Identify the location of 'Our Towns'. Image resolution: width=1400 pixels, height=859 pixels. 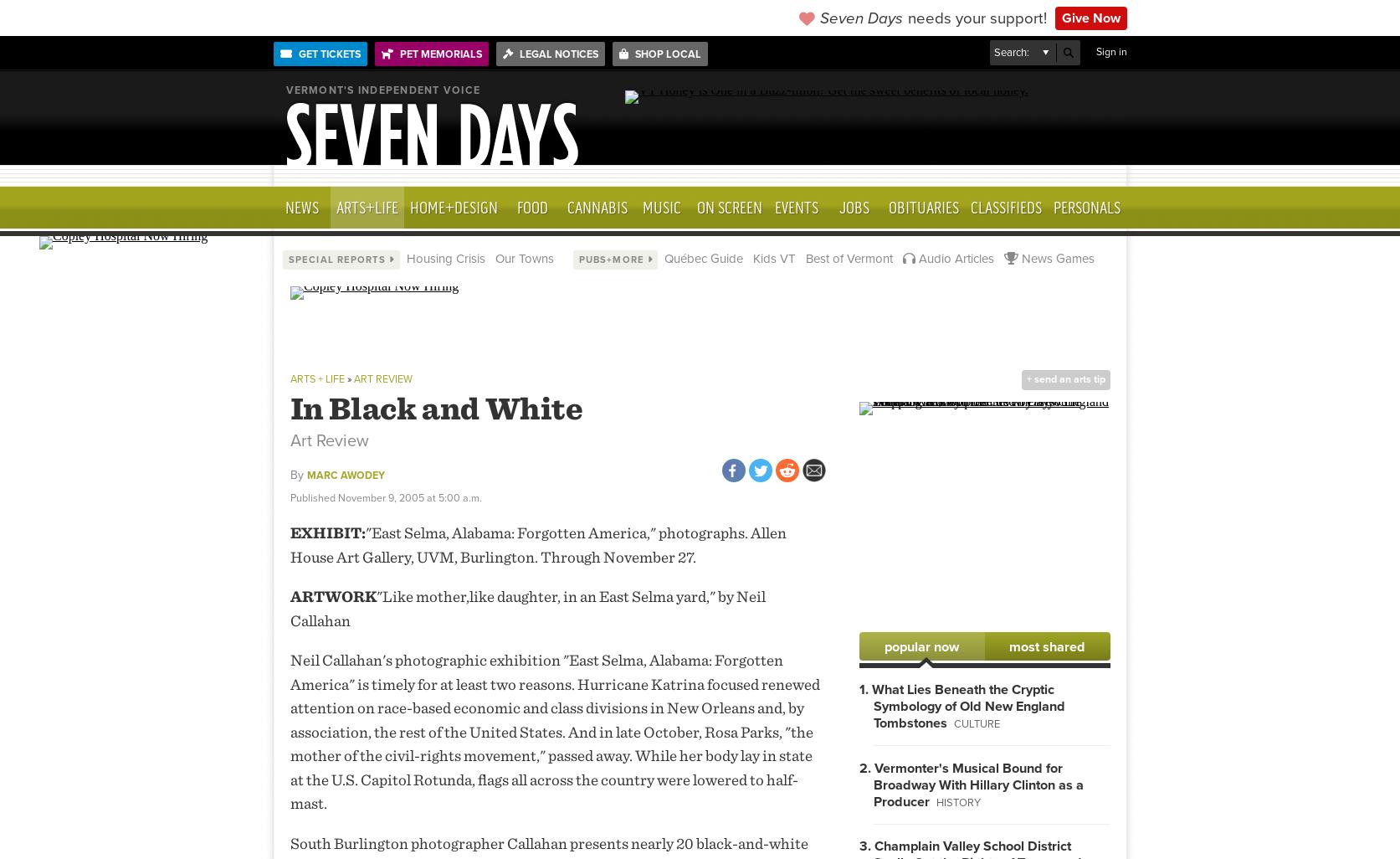
(523, 259).